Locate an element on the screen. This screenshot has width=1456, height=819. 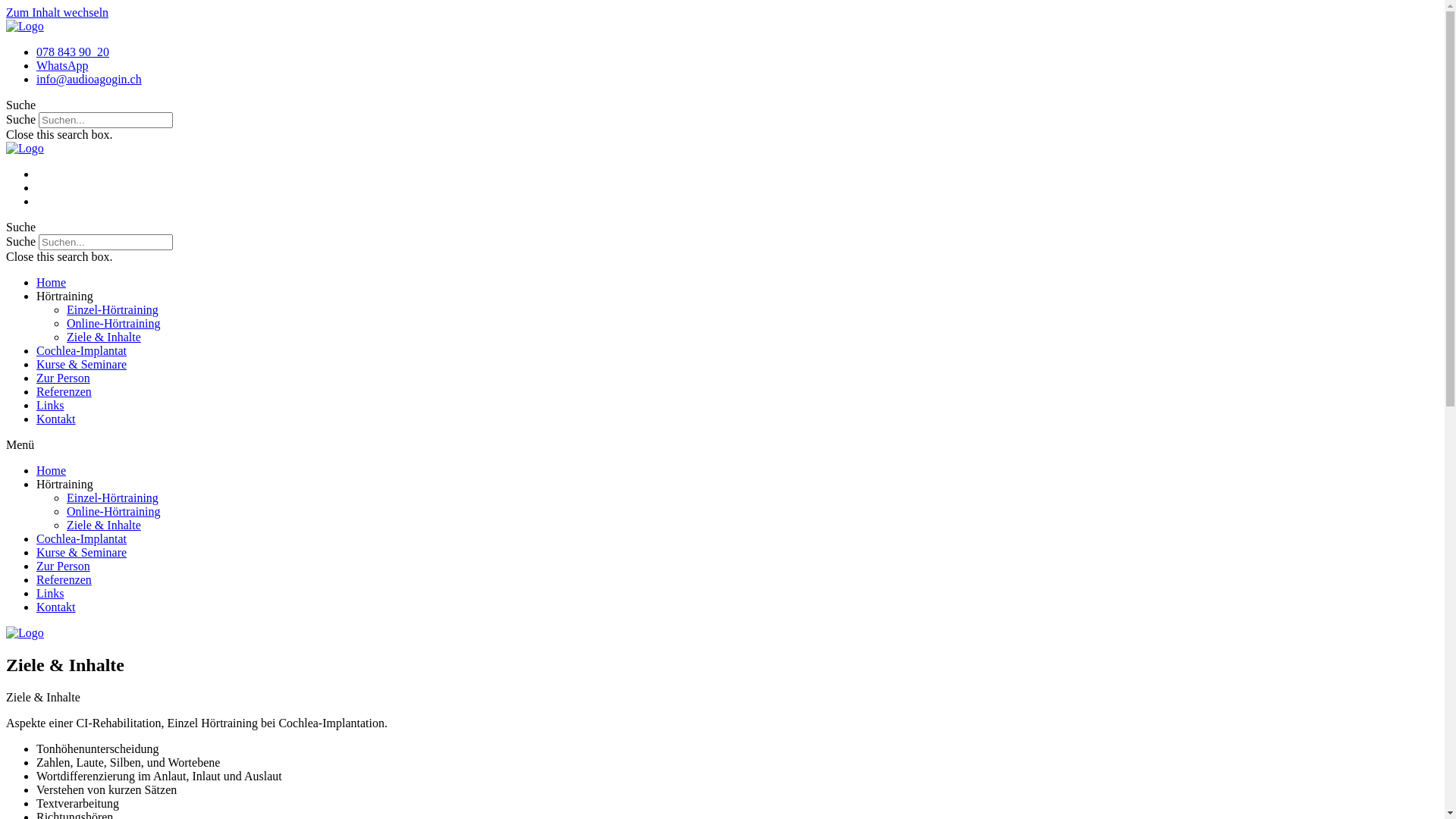
'Zum Inhalt wechseln' is located at coordinates (57, 12).